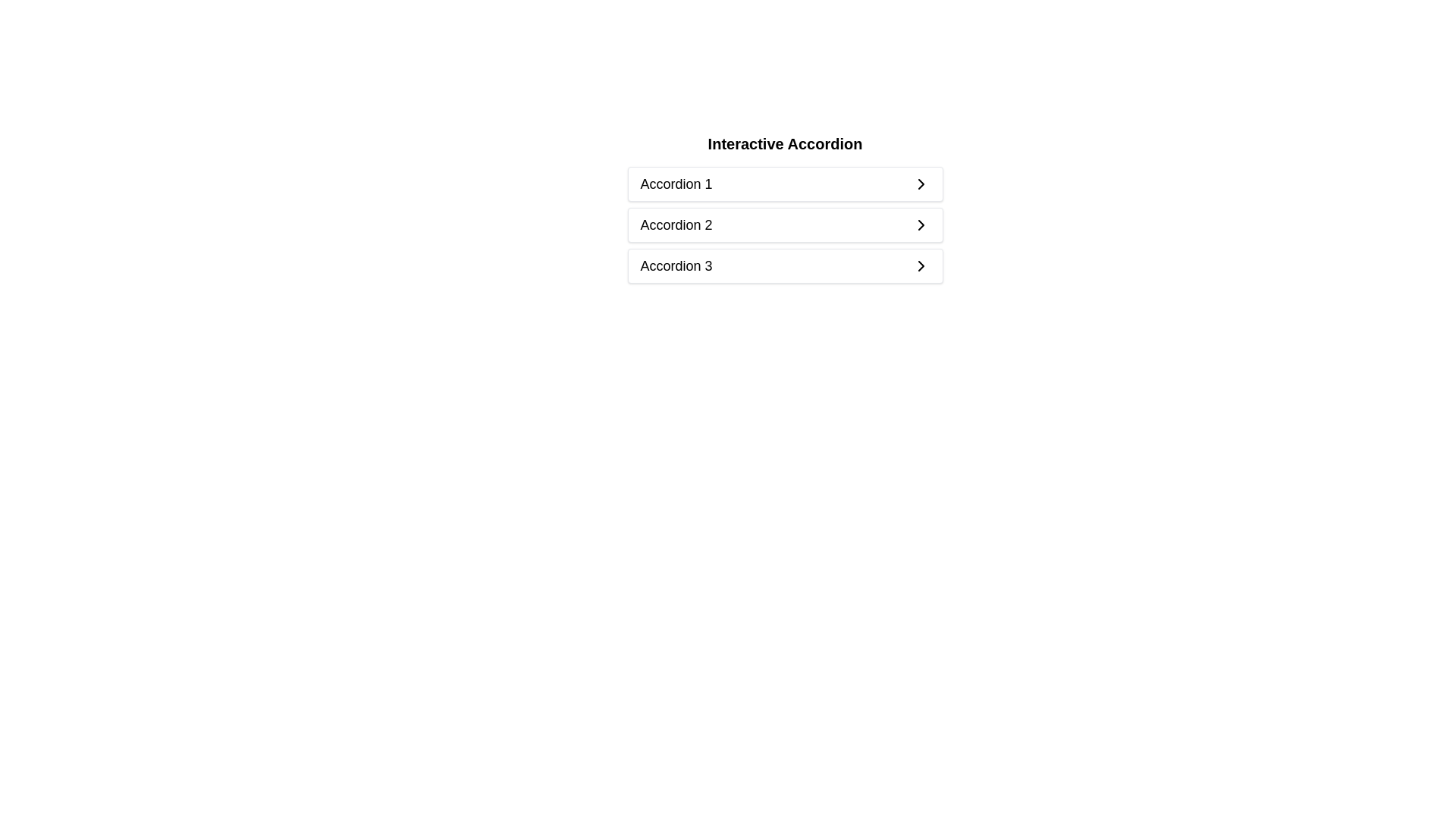 This screenshot has width=1456, height=819. What do you see at coordinates (676, 265) in the screenshot?
I see `the text label 'Accordion 3' which is part of the third accordion item in the vertically stacked group of accordion items` at bounding box center [676, 265].